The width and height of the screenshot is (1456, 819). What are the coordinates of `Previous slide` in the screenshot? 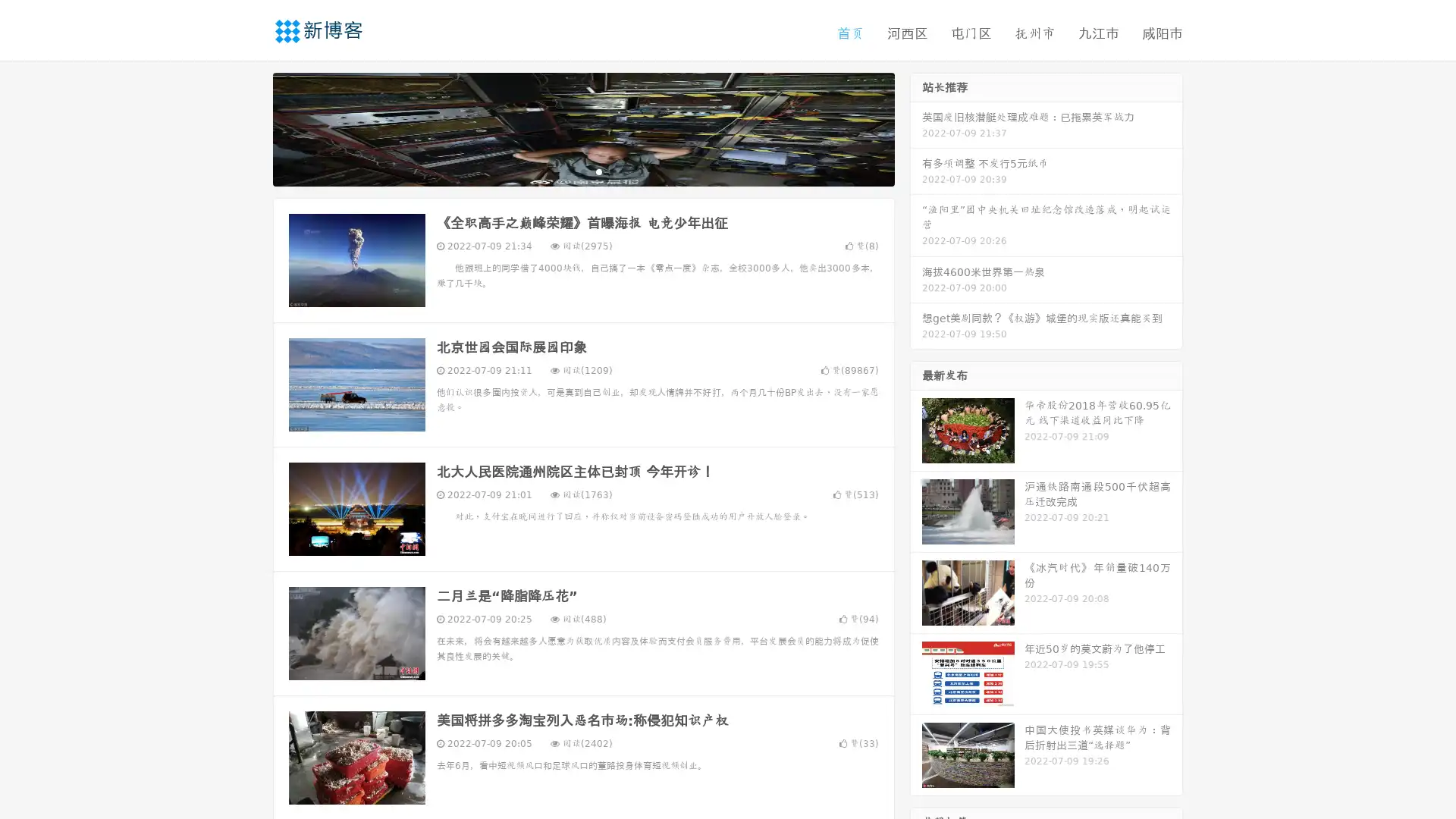 It's located at (250, 127).